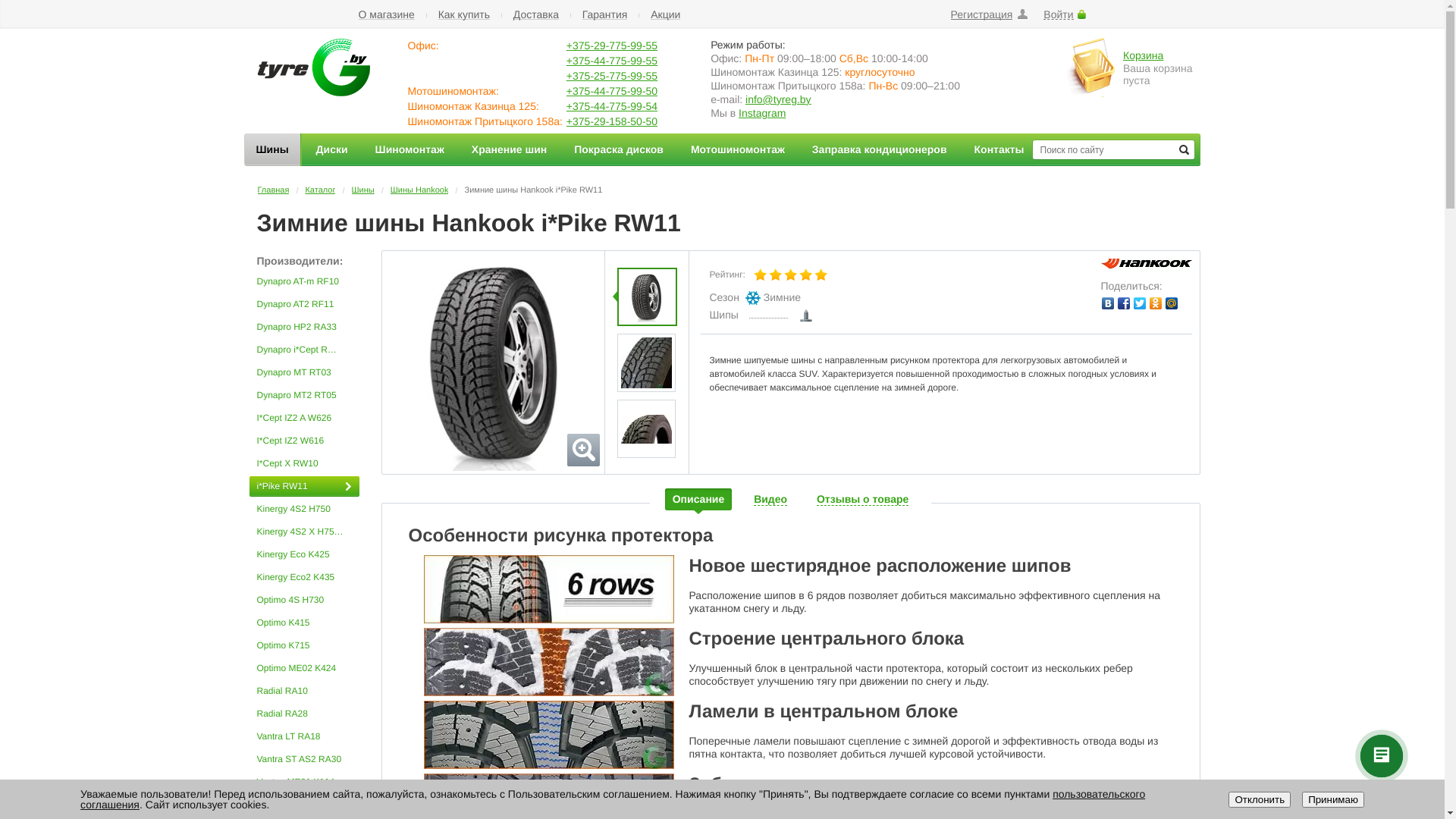 The image size is (1456, 819). Describe the element at coordinates (248, 554) in the screenshot. I see `'Kinergy Eco K425'` at that location.